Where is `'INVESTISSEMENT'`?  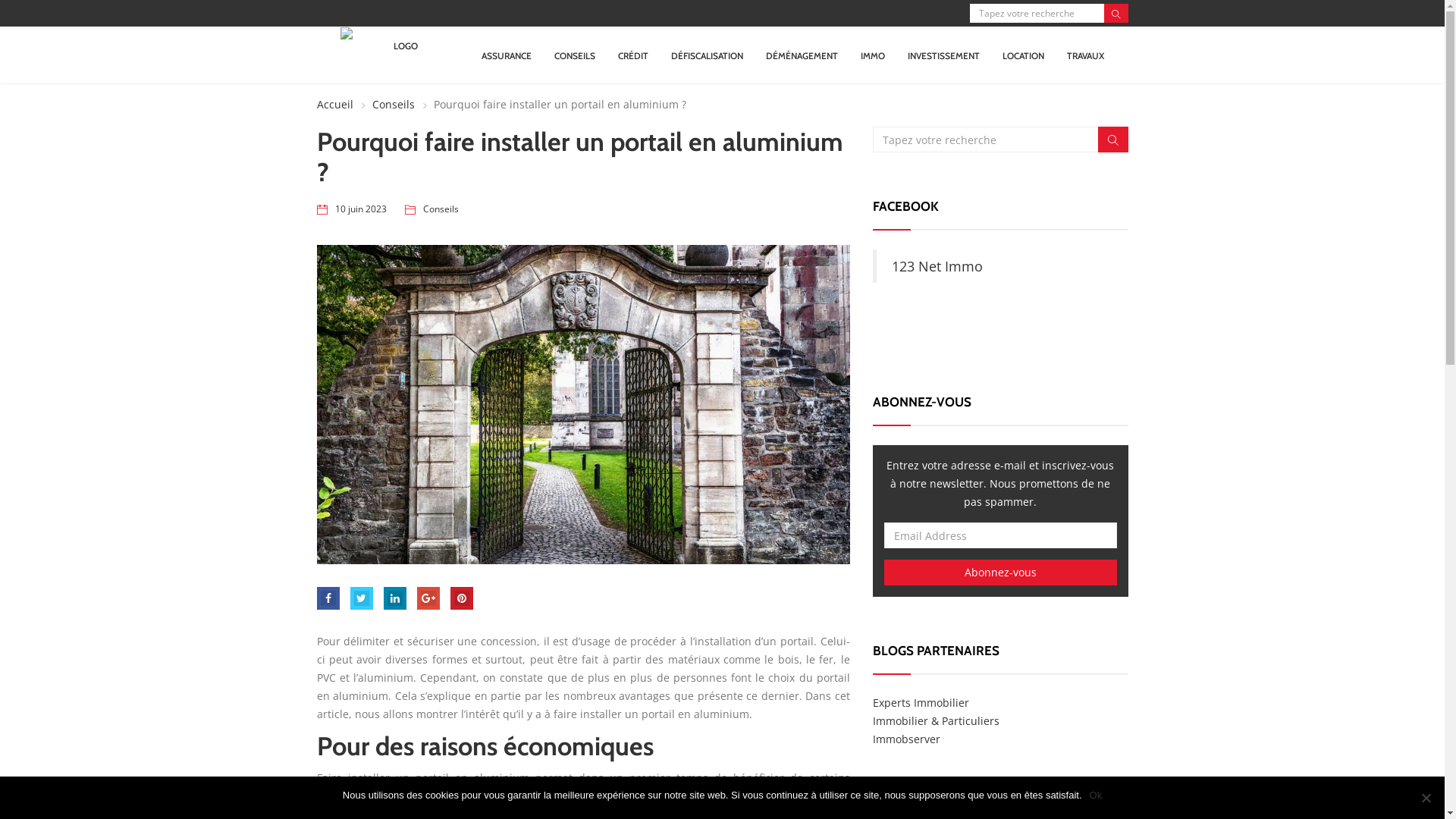
'INVESTISSEMENT' is located at coordinates (943, 55).